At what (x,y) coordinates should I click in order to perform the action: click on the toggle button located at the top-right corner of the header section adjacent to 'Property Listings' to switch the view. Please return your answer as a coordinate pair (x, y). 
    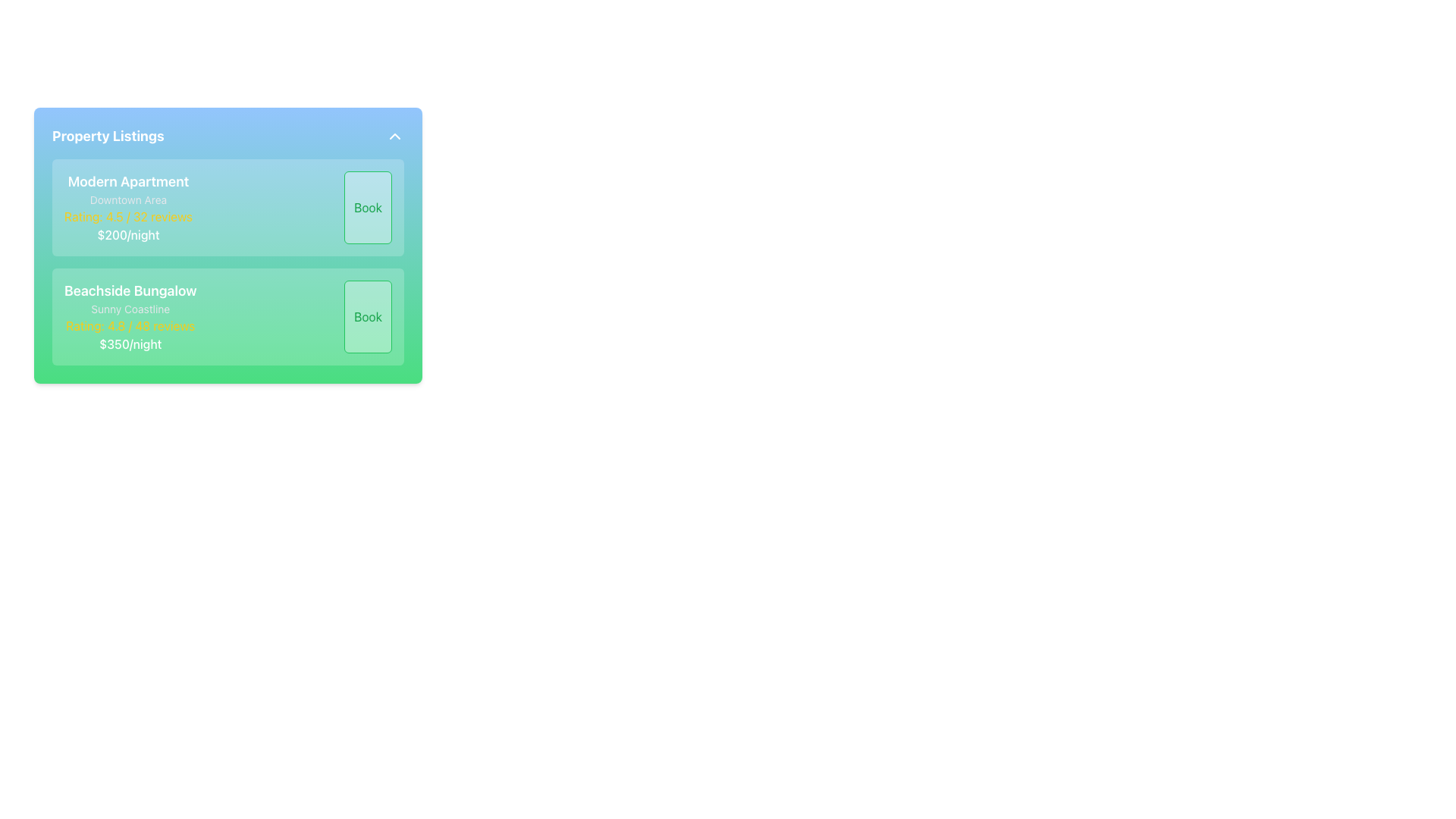
    Looking at the image, I should click on (395, 136).